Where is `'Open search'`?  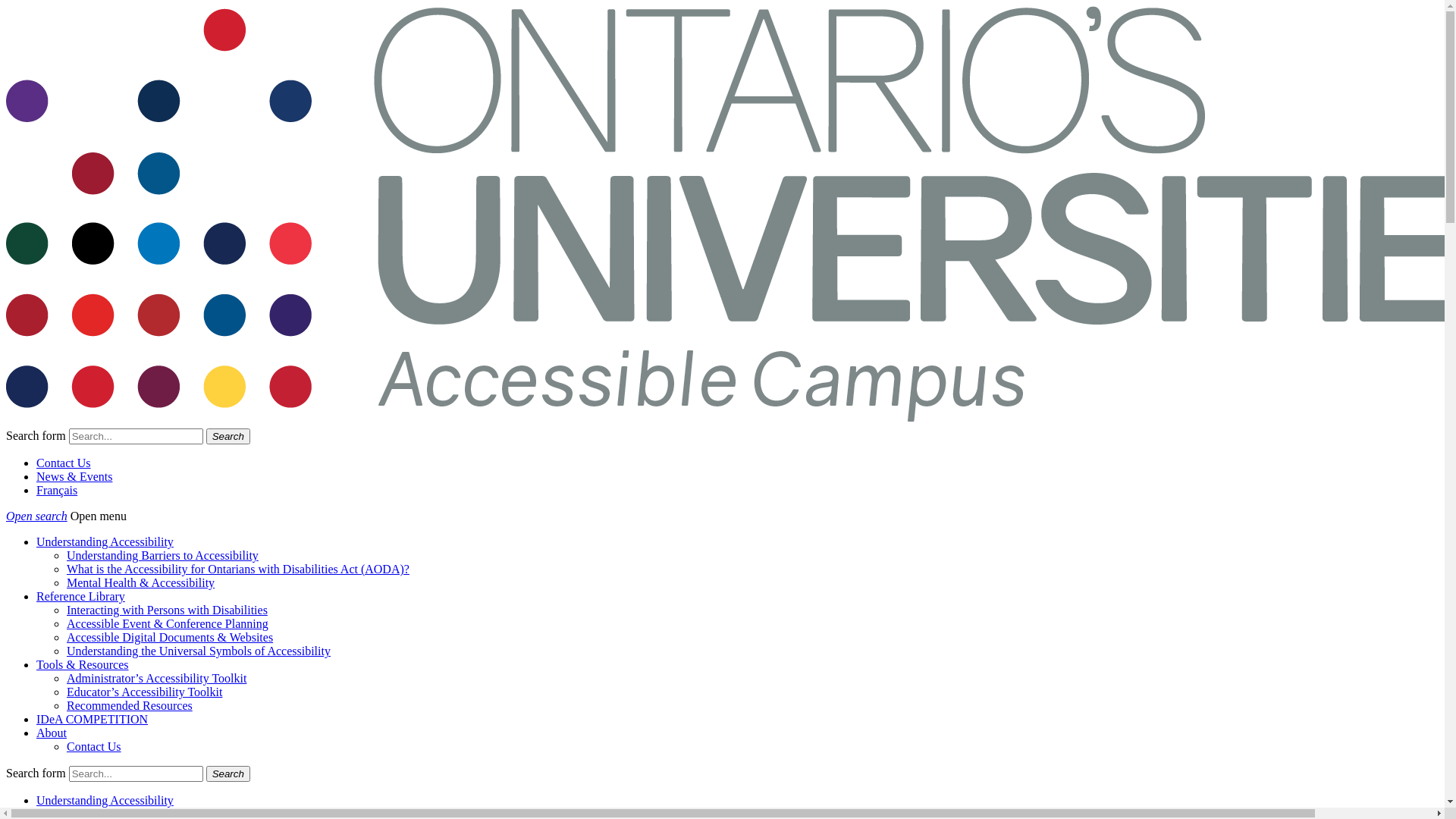 'Open search' is located at coordinates (6, 515).